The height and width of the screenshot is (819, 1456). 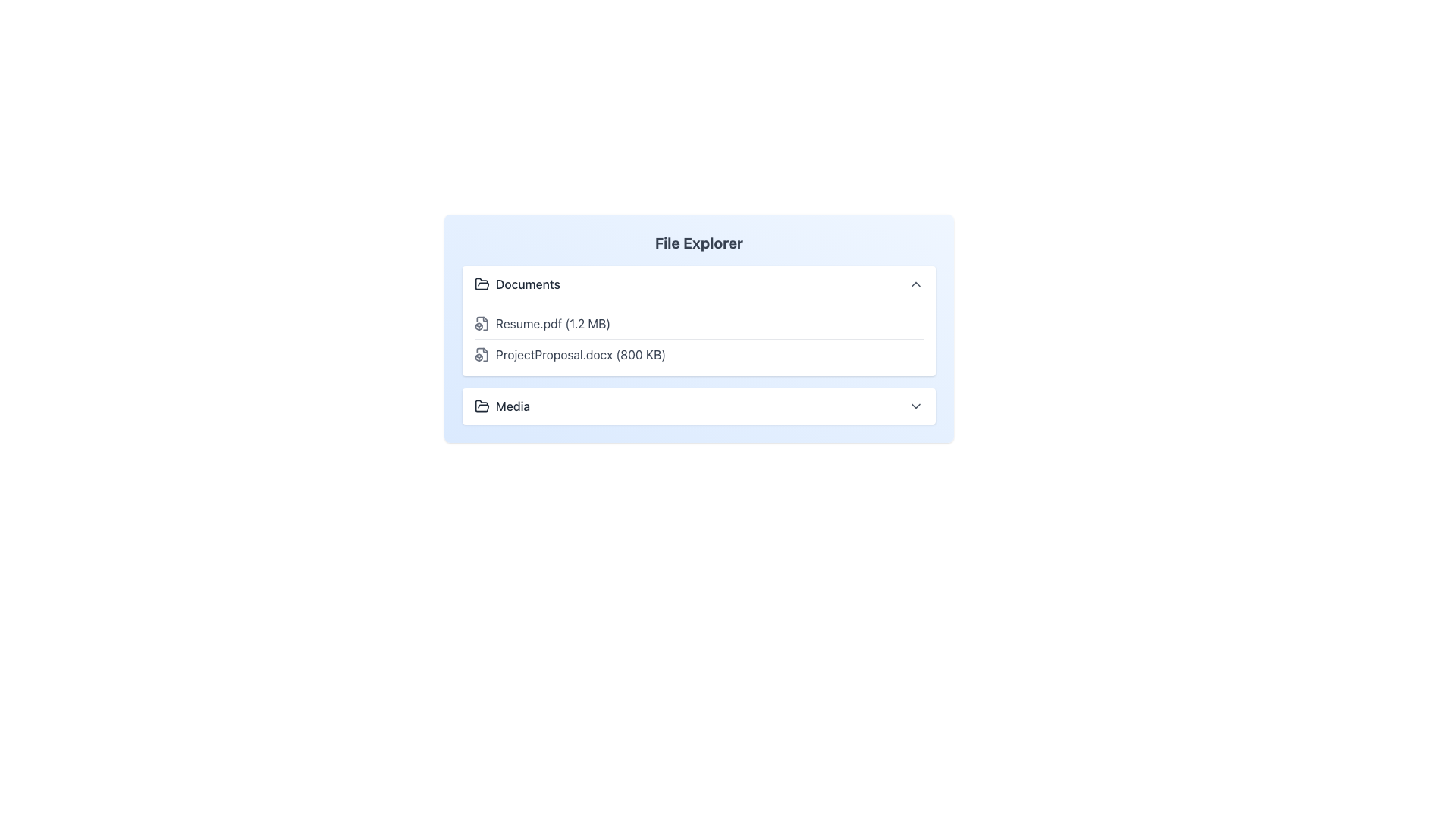 What do you see at coordinates (517, 284) in the screenshot?
I see `the 'Documents' label with an open folder icon in the 'File Explorer'` at bounding box center [517, 284].